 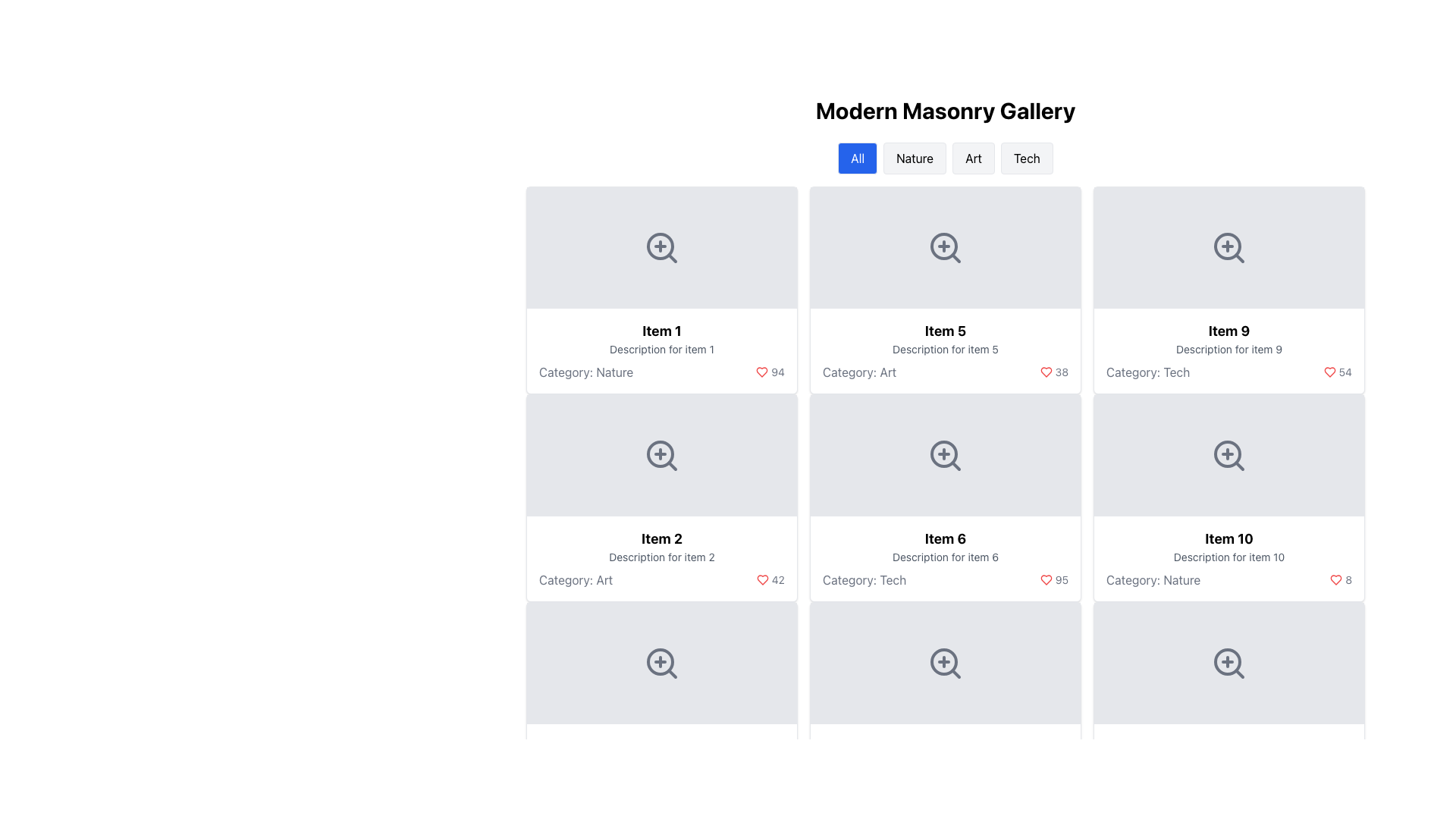 What do you see at coordinates (662, 247) in the screenshot?
I see `the gray magnifying glass icon with a '+' symbol inside the lens, located in the center of the top-left square card under the 'Modern Masonry Gallery' header` at bounding box center [662, 247].